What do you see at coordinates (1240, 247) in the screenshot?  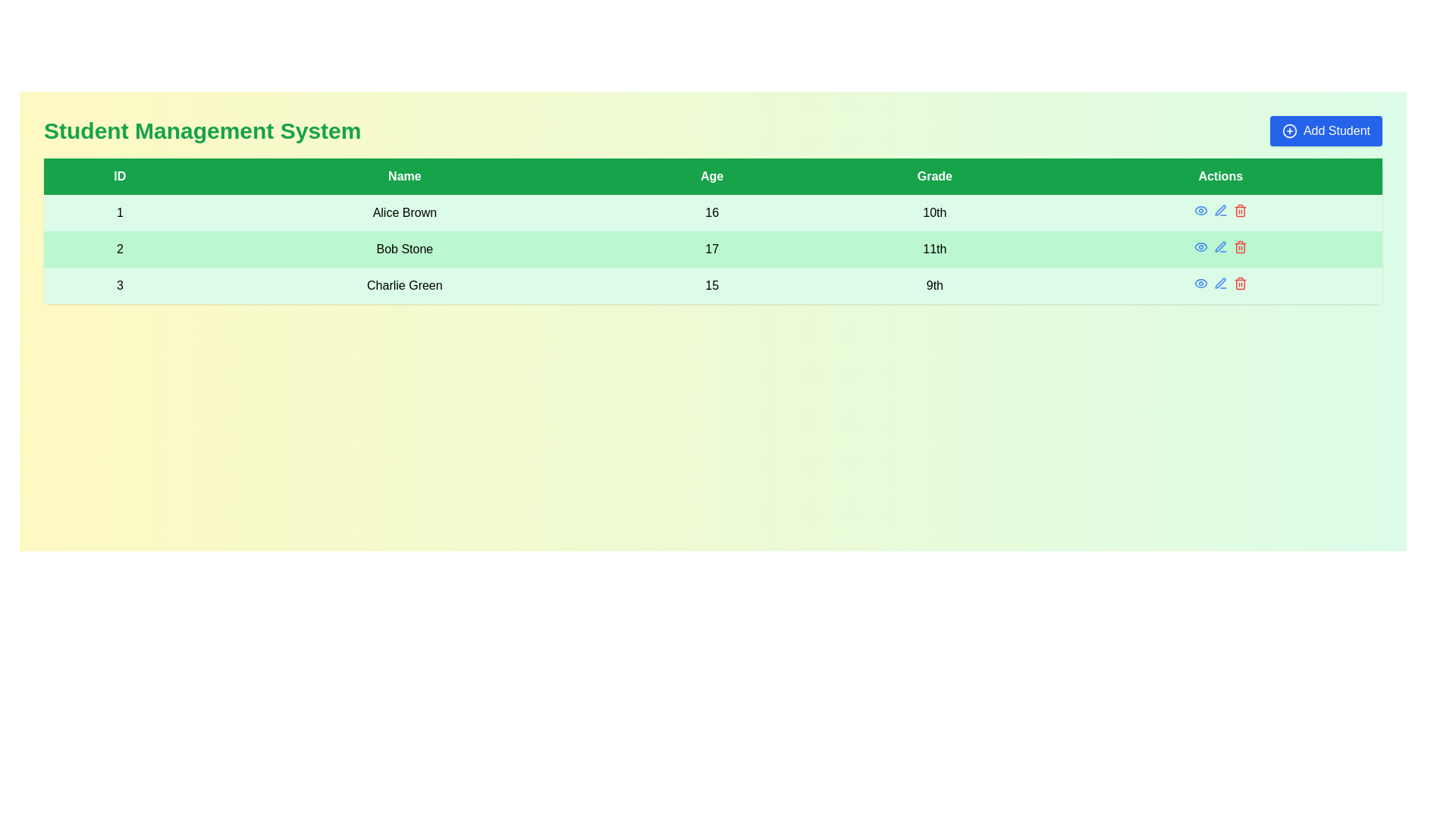 I see `the central part of the trash bin icon associated with the delete action for the entity 'Bob Stone' in the 'Actions' column of the table` at bounding box center [1240, 247].